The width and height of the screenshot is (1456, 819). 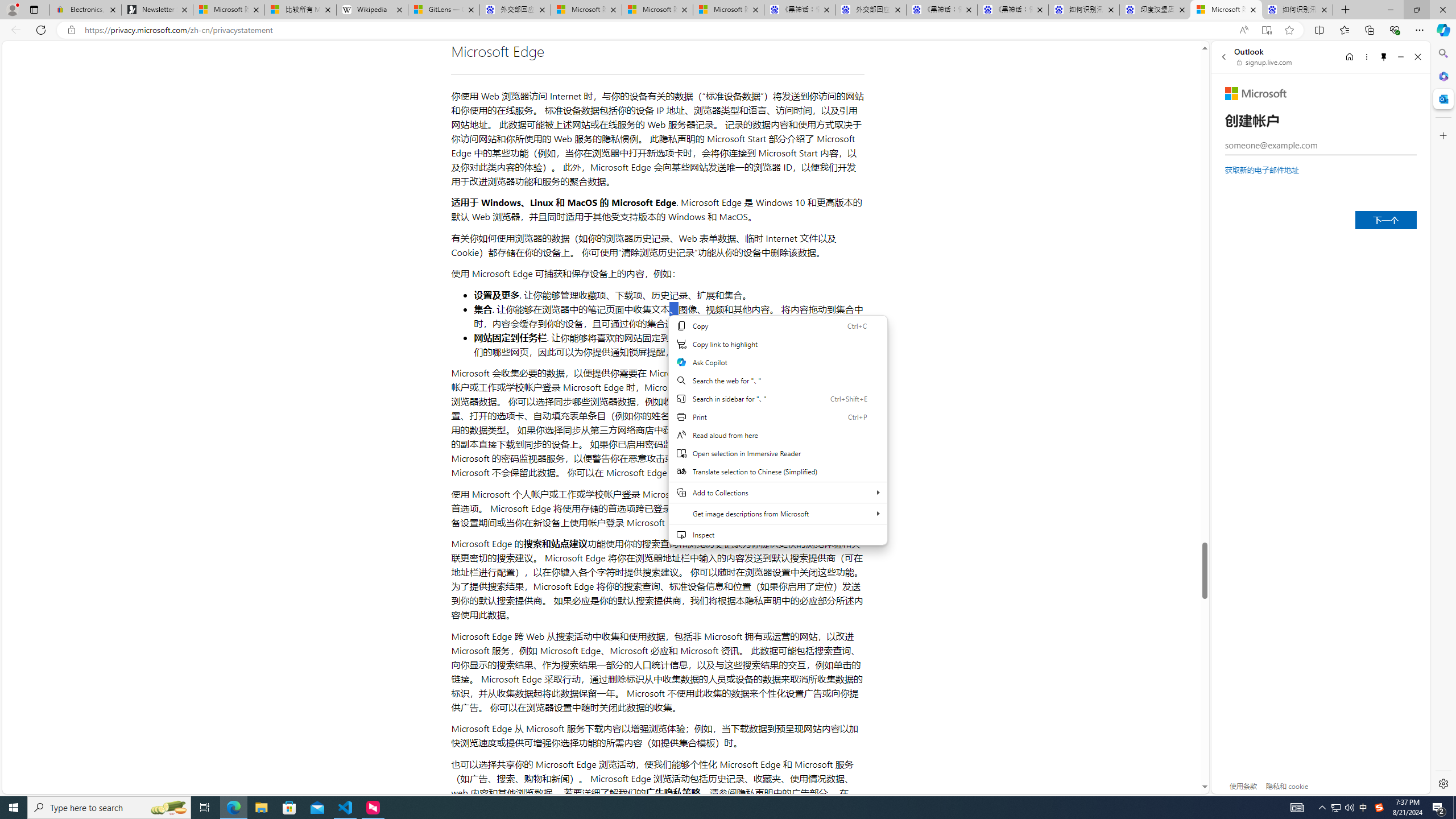 What do you see at coordinates (777, 534) in the screenshot?
I see `'Inspect'` at bounding box center [777, 534].